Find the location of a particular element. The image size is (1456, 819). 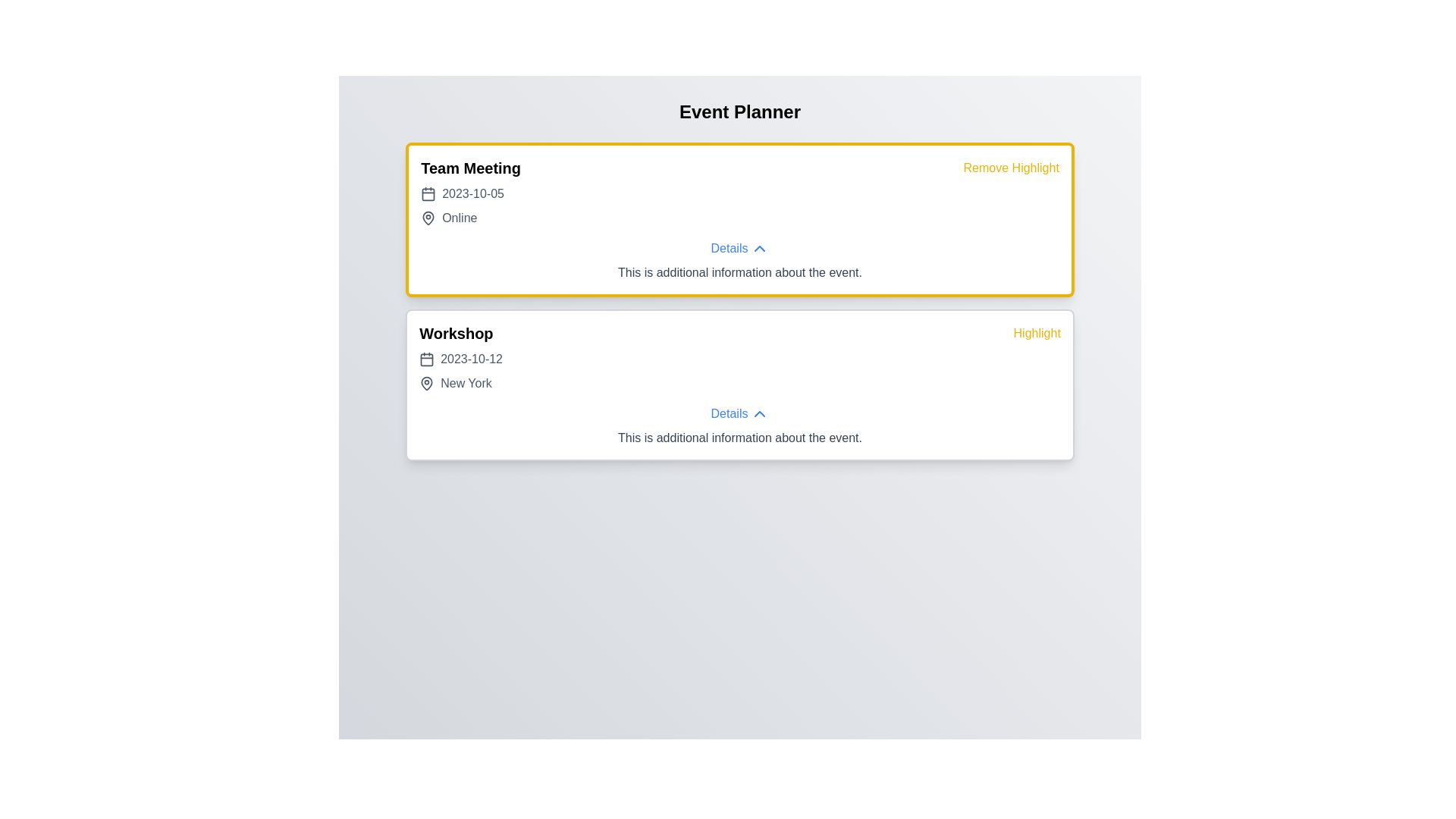

the text label displaying 'This is additional information about the event.' which is located beneath the 'Details' link in the event information card titled 'Team Meeting' is located at coordinates (739, 271).